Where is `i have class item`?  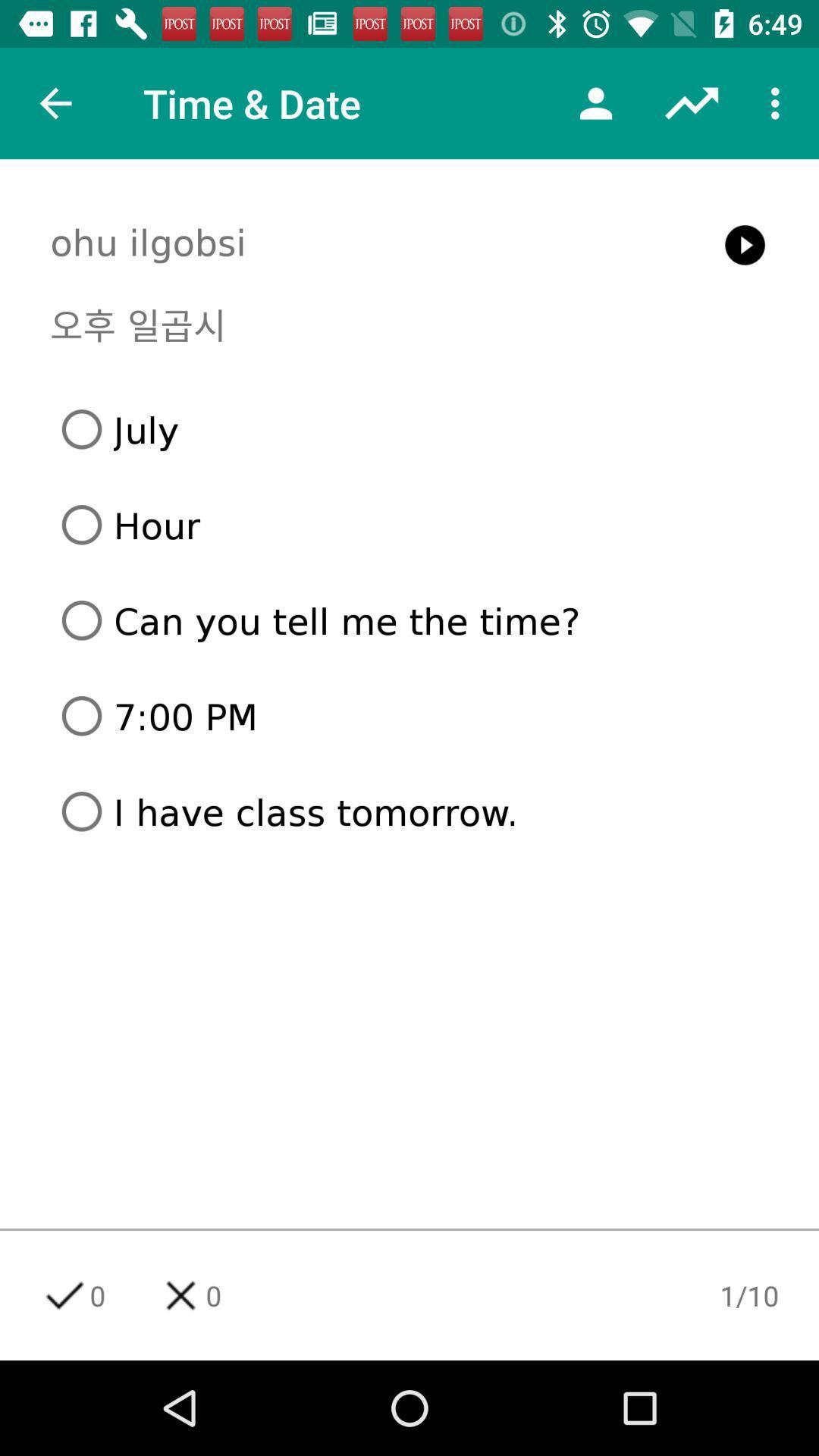
i have class item is located at coordinates (415, 811).